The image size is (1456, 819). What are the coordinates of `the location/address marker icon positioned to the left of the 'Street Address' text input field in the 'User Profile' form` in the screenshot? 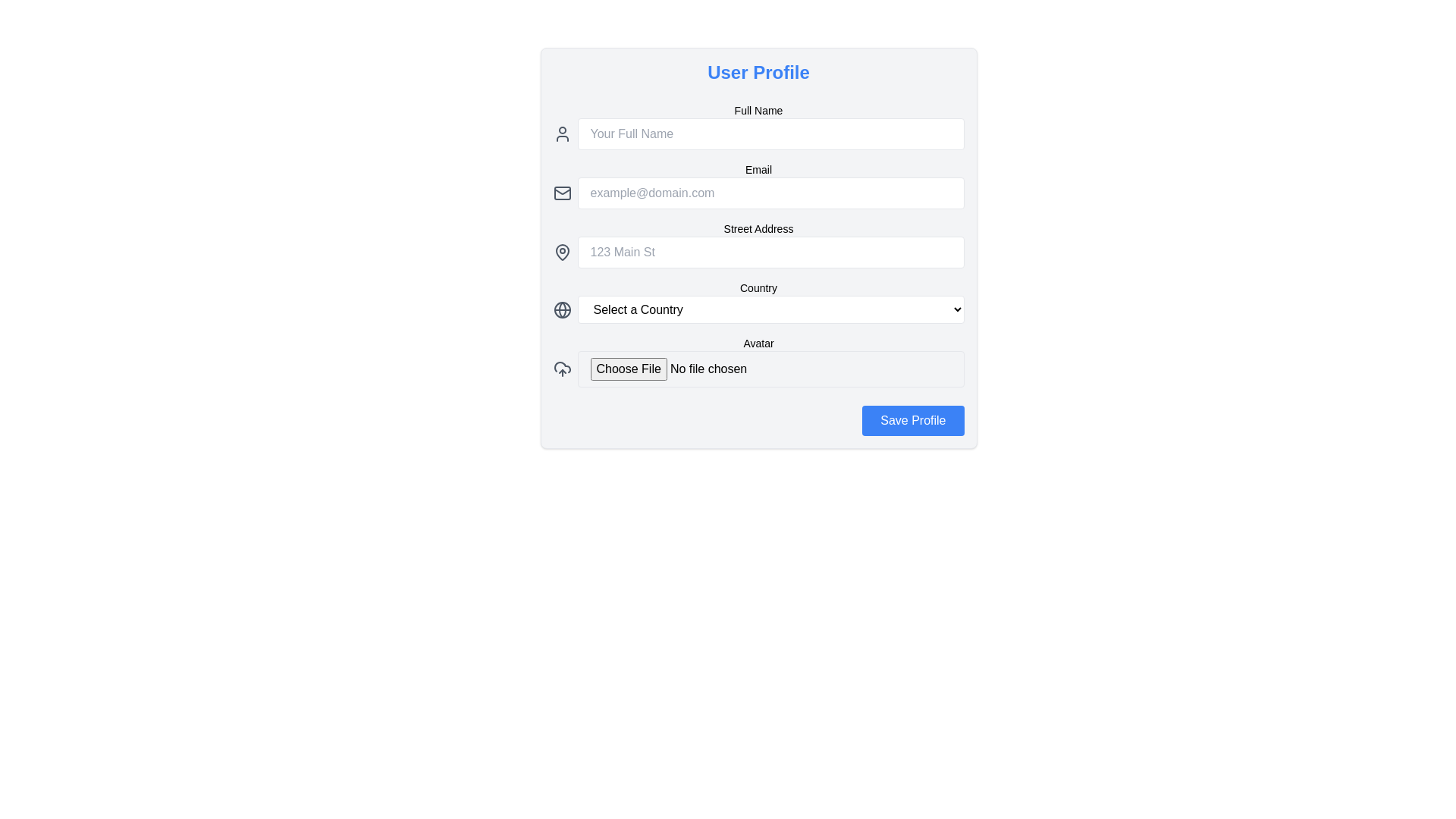 It's located at (561, 251).